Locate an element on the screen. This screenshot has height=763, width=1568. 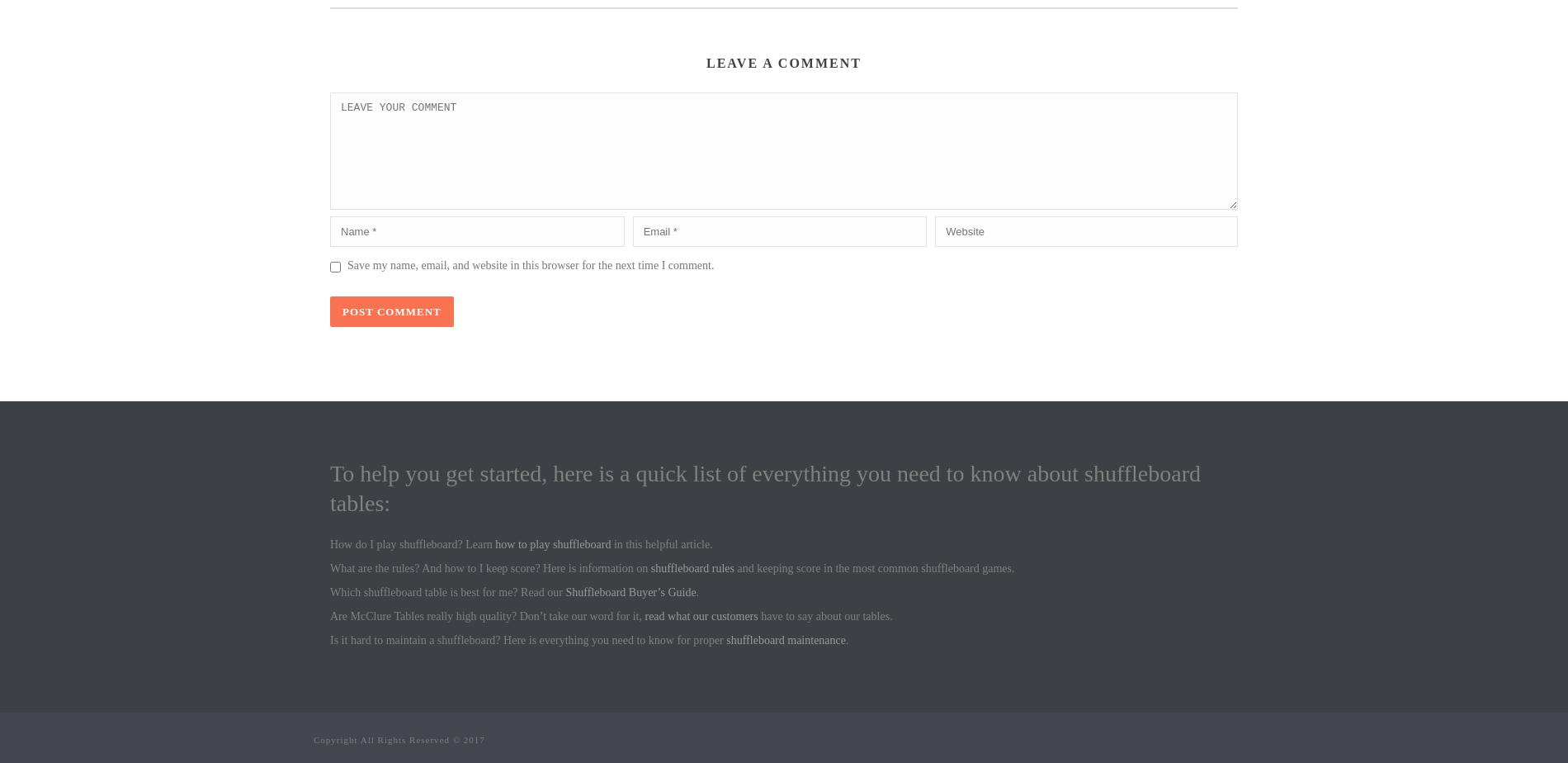
'To help you get started, here is a quick list of everything you need to know about shuffleboard tables:' is located at coordinates (764, 487).